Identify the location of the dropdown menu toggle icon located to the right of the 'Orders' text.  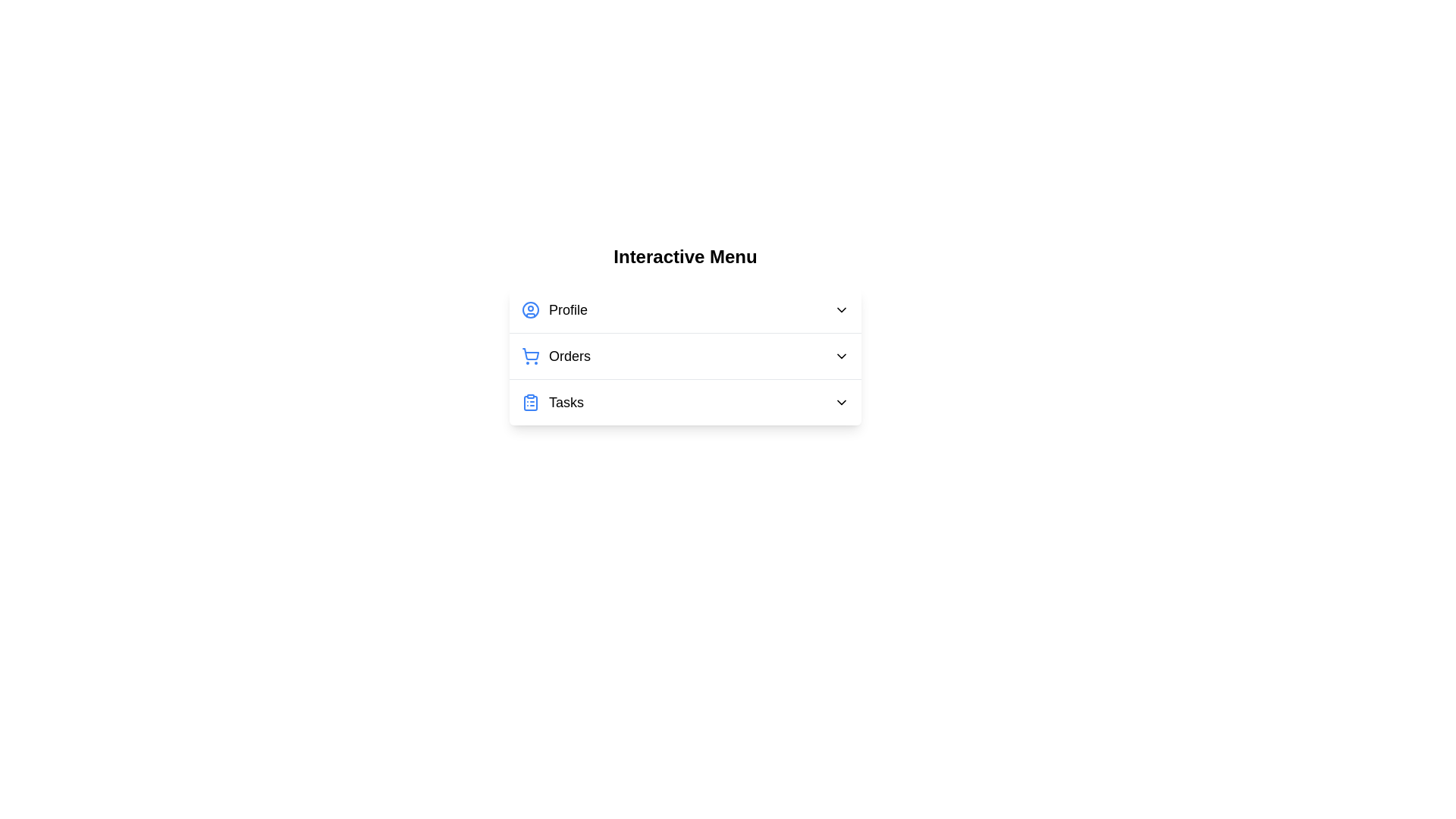
(840, 356).